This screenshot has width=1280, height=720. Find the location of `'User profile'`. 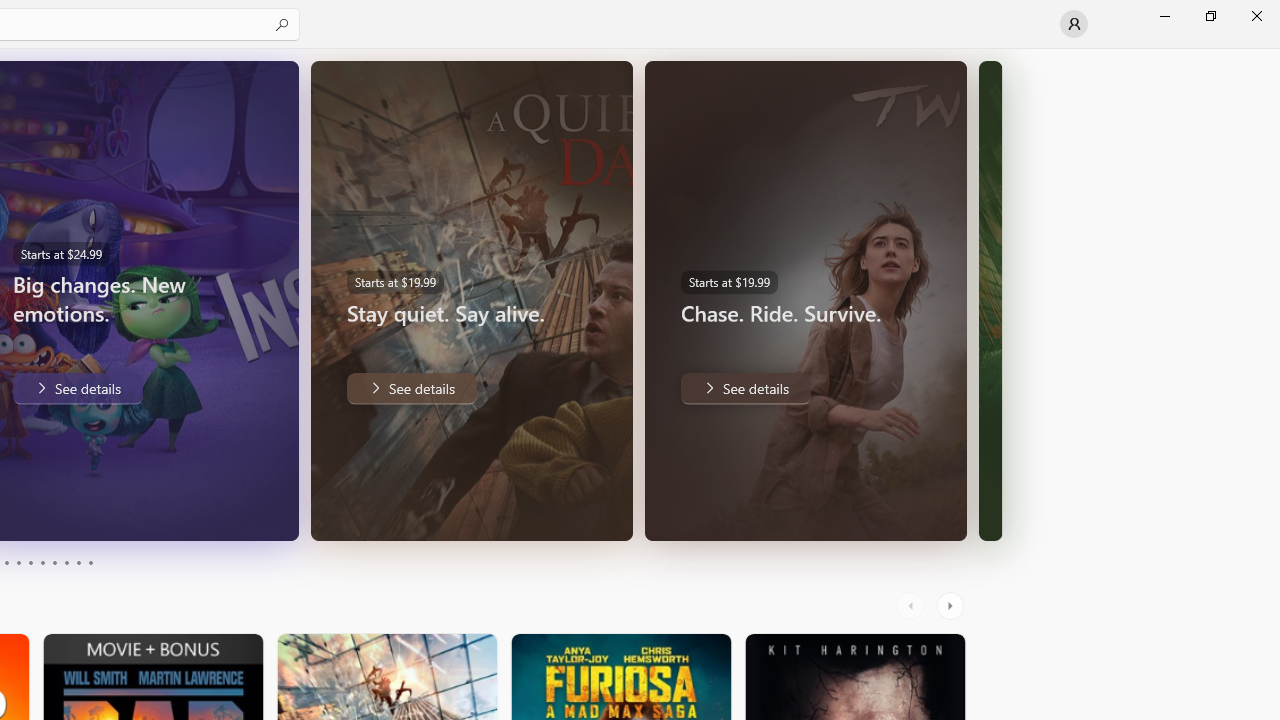

'User profile' is located at coordinates (1072, 24).